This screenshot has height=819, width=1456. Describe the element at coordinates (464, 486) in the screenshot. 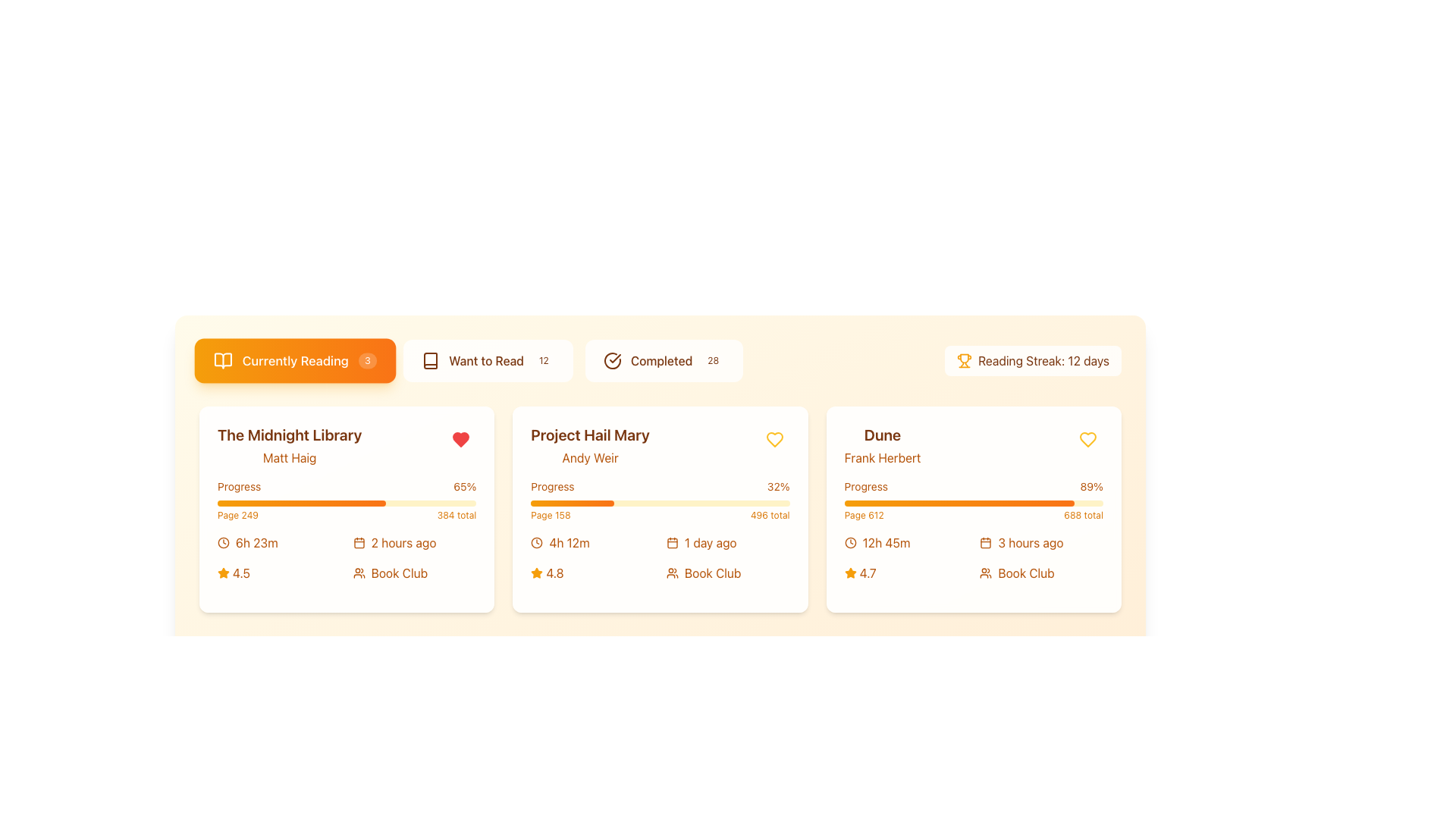

I see `the static text label displaying '65%' in bold orange font, located to the right of the 'Progress' label in the progress section of the 'The Midnight Library' card layout` at that location.